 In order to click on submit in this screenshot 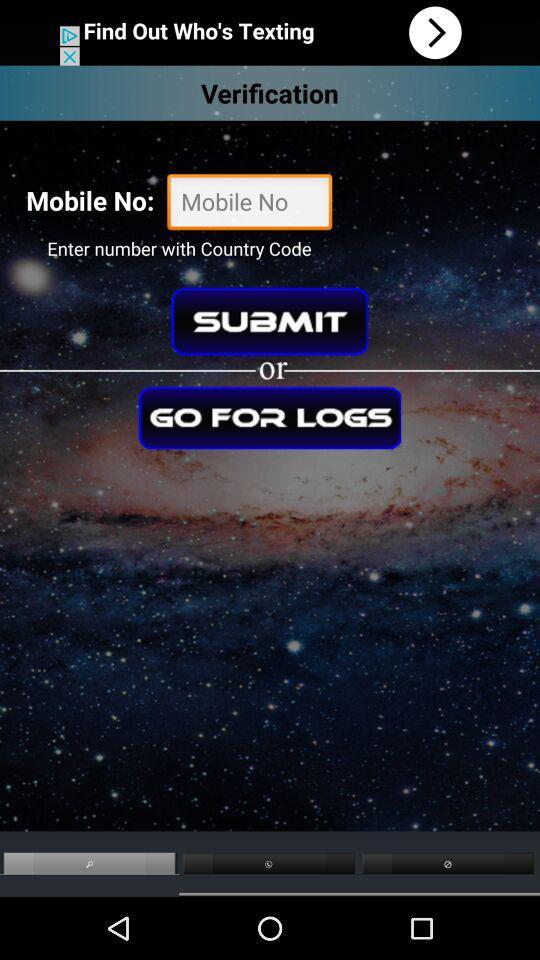, I will do `click(269, 321)`.